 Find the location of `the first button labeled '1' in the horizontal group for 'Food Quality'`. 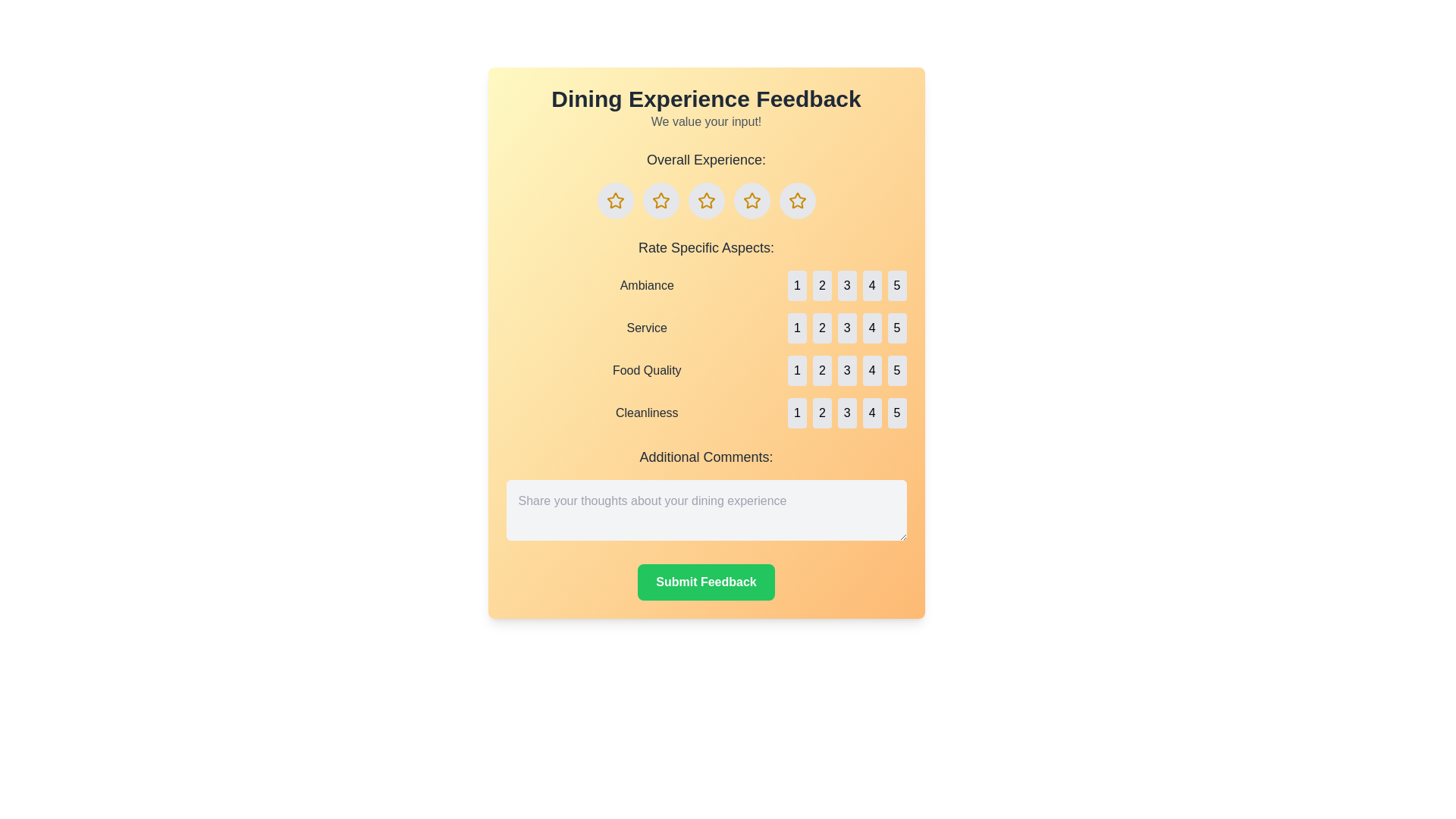

the first button labeled '1' in the horizontal group for 'Food Quality' is located at coordinates (796, 371).